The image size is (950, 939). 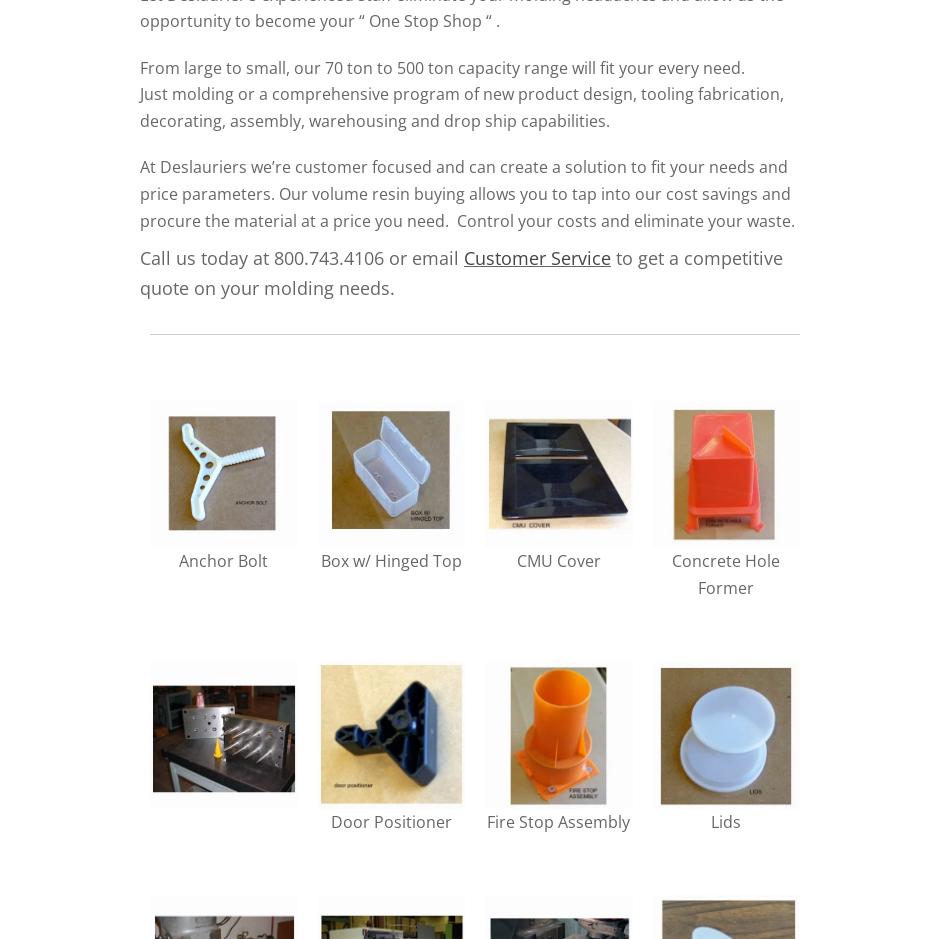 What do you see at coordinates (441, 66) in the screenshot?
I see `'From large to small, our 70 ton to 500 ton capacity range will fit your every need.'` at bounding box center [441, 66].